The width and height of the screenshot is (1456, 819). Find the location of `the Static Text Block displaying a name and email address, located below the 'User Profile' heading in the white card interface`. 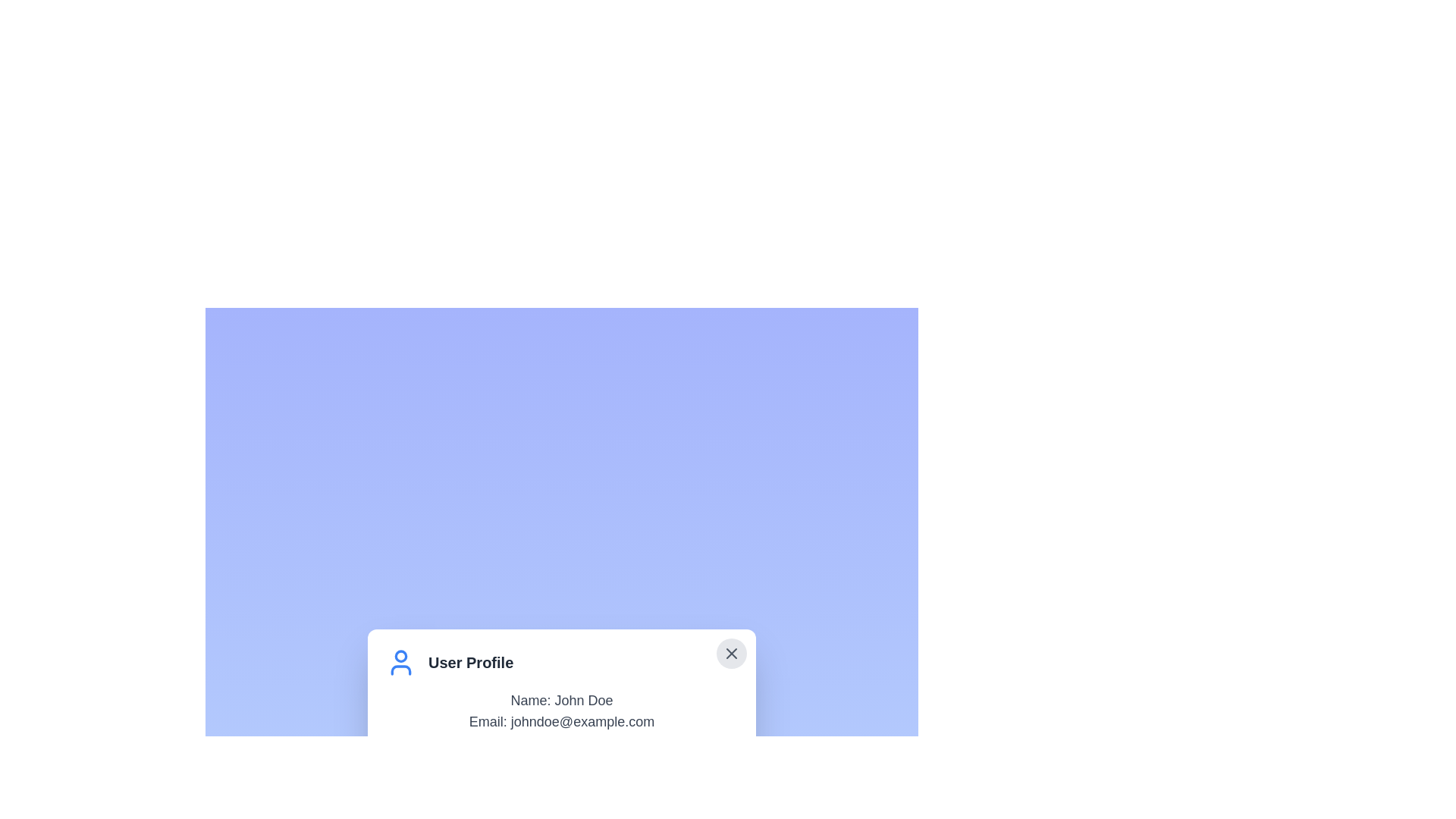

the Static Text Block displaying a name and email address, located below the 'User Profile' heading in the white card interface is located at coordinates (560, 711).